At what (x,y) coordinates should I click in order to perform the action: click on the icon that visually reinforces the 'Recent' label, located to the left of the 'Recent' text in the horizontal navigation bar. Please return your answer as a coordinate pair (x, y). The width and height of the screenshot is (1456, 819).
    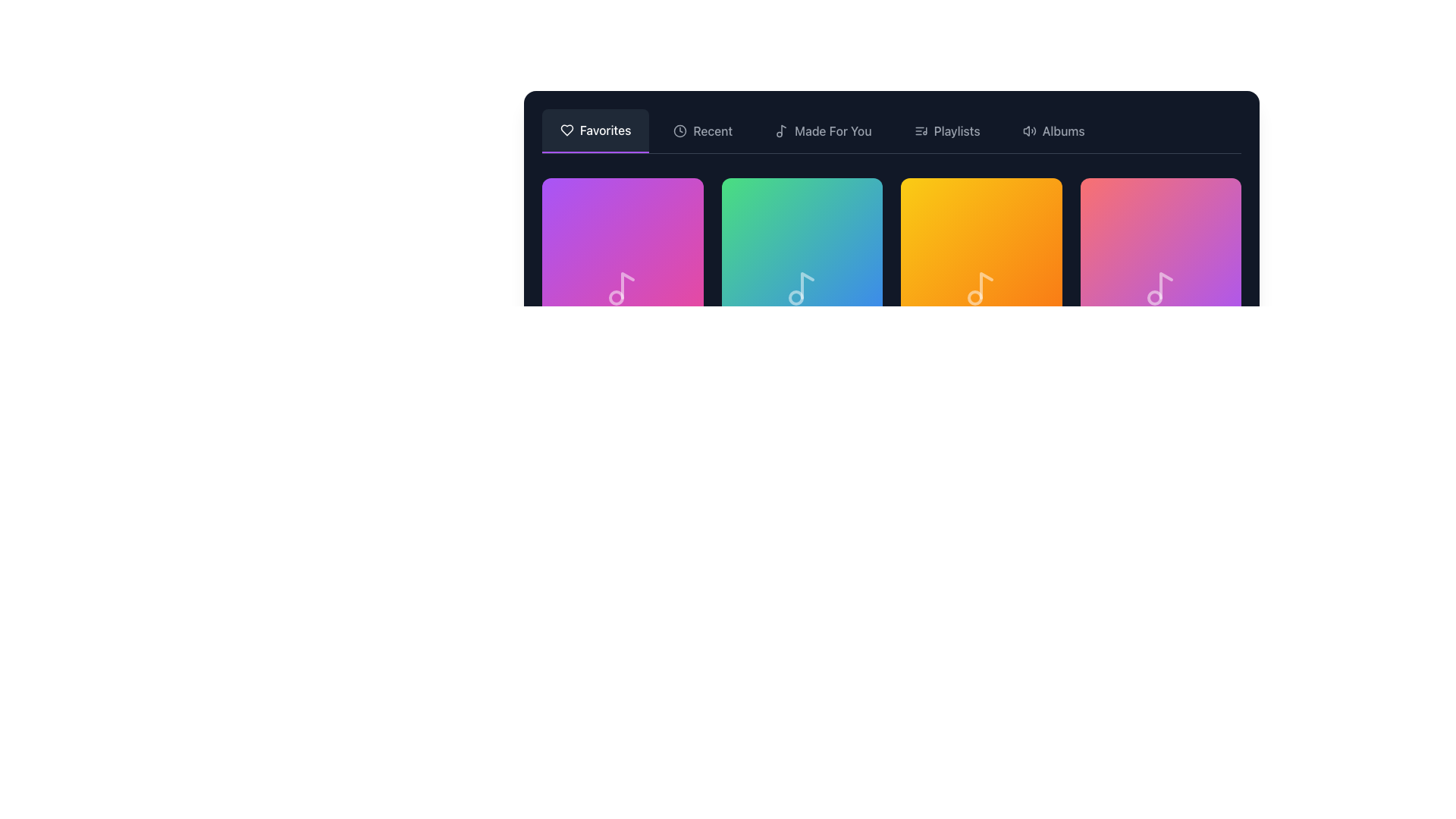
    Looking at the image, I should click on (679, 130).